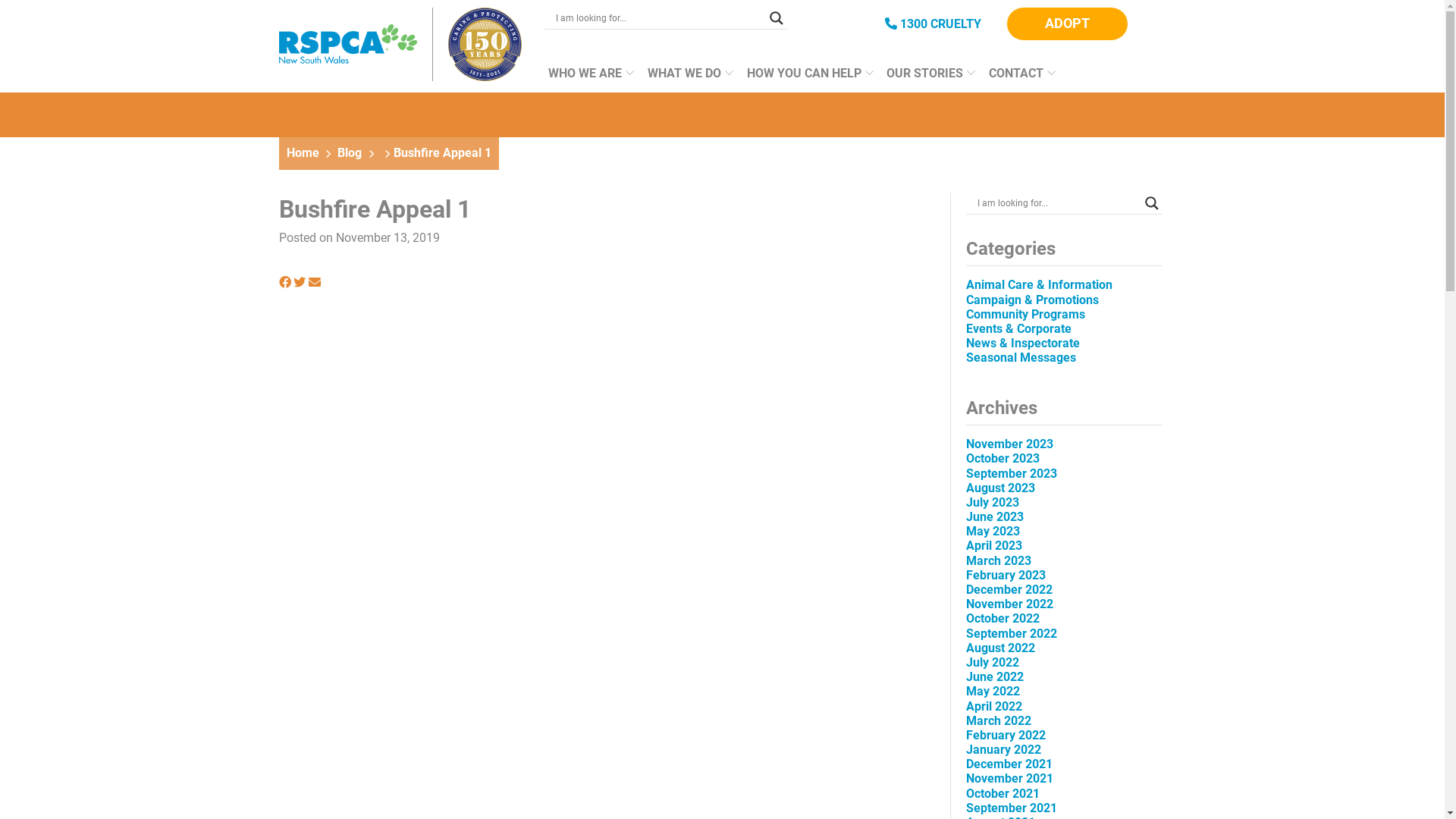  What do you see at coordinates (1031, 300) in the screenshot?
I see `'Campaign & Promotions'` at bounding box center [1031, 300].